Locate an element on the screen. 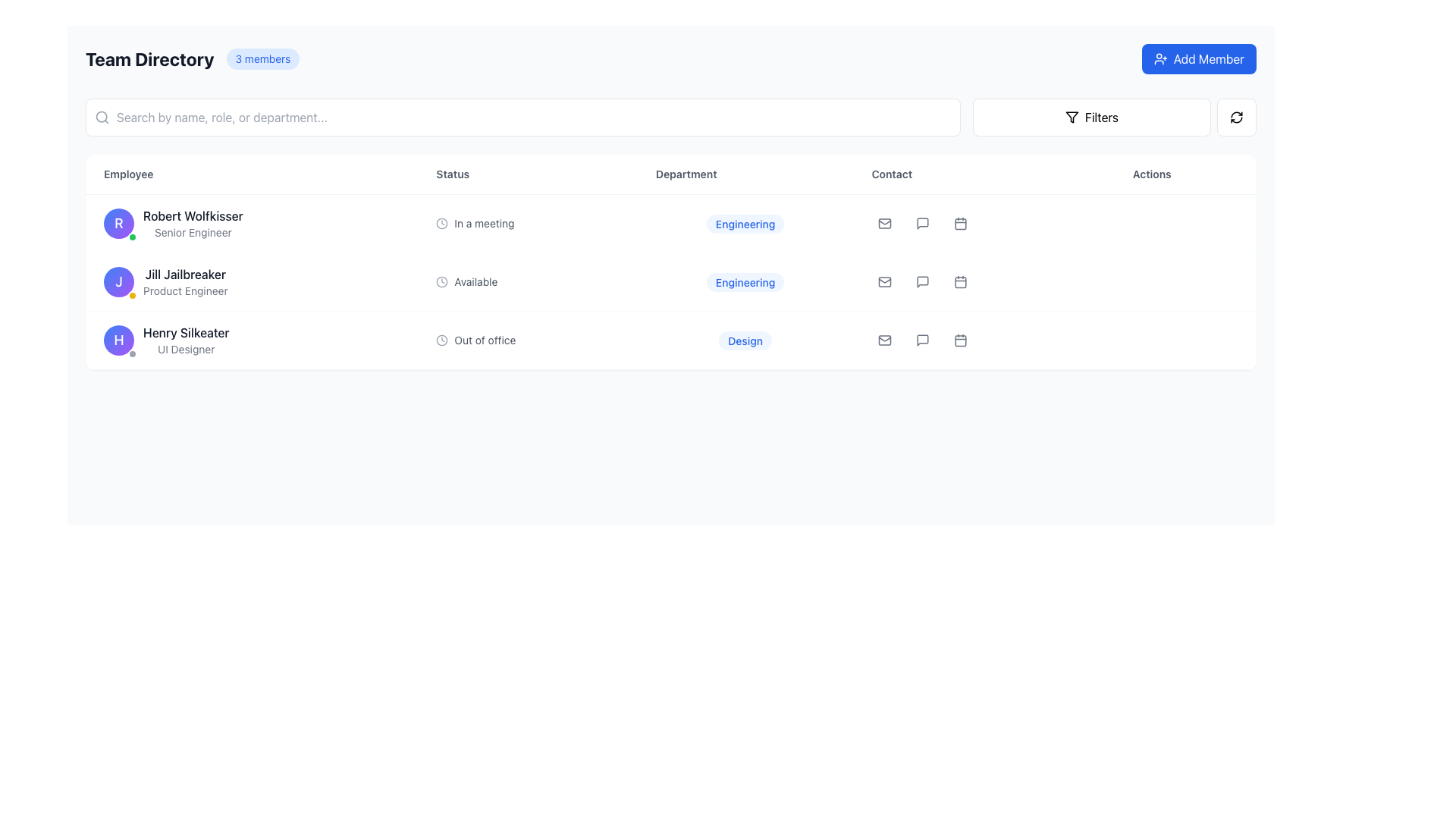 The width and height of the screenshot is (1456, 819). the magnifying glass icon located to the left of the text input field in the search bar at the top of the Team Directory interface is located at coordinates (101, 116).